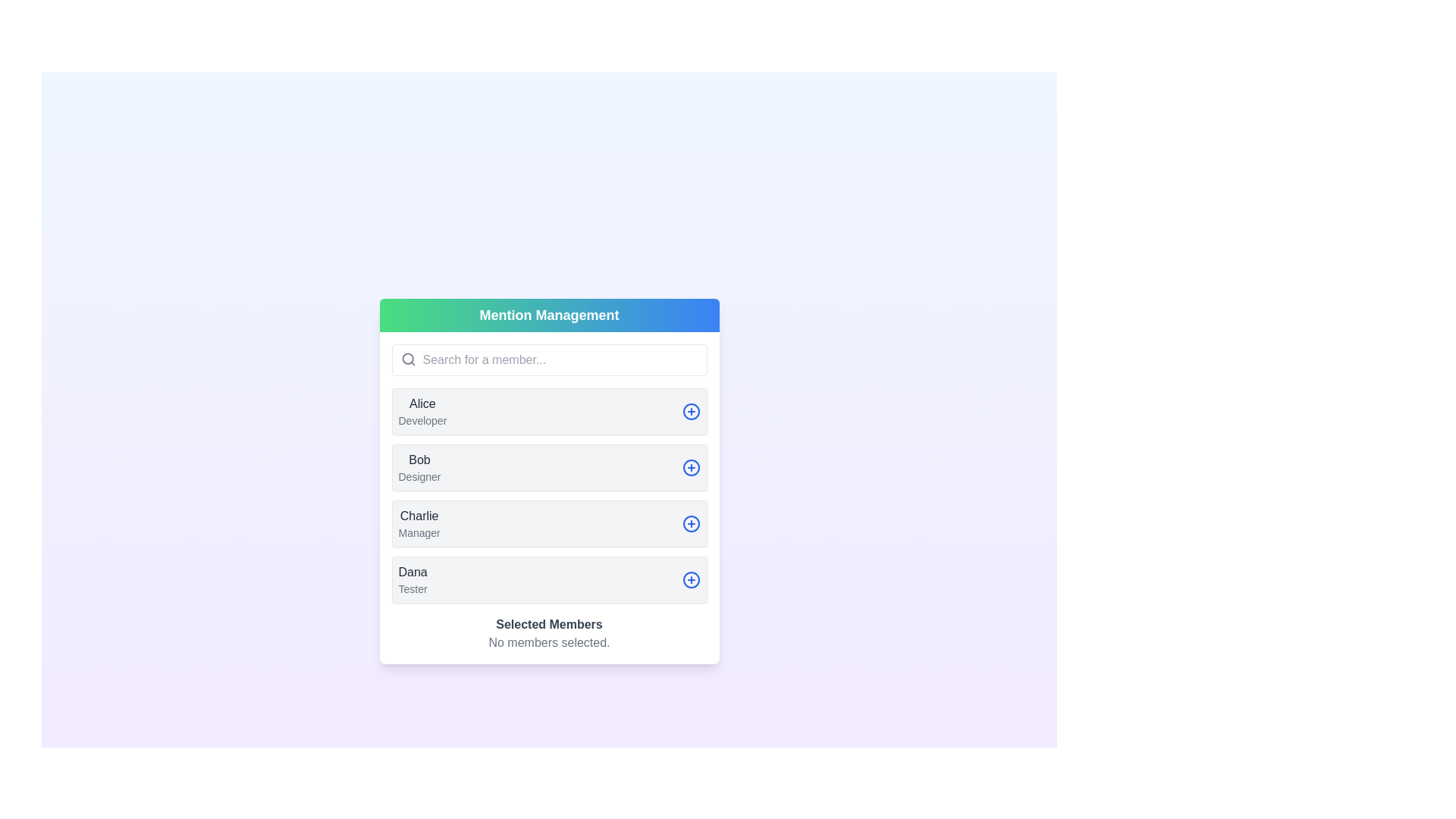  I want to click on the Label element that provides context for the selected members, located above the text 'No members selected.', so click(548, 625).